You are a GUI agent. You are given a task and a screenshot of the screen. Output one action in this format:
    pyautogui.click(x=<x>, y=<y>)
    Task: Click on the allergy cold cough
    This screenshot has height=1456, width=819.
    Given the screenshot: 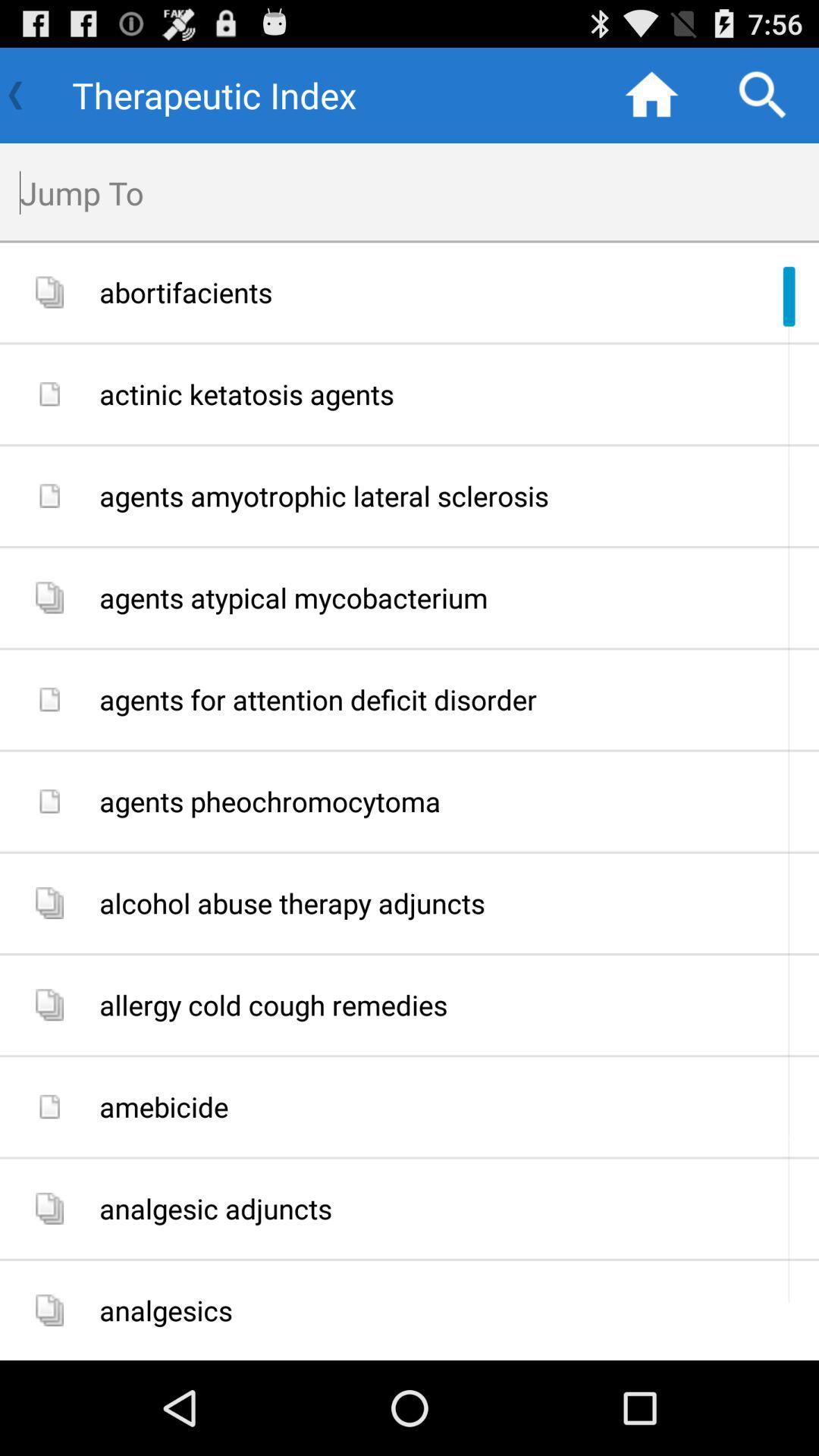 What is the action you would take?
    pyautogui.click(x=453, y=1005)
    